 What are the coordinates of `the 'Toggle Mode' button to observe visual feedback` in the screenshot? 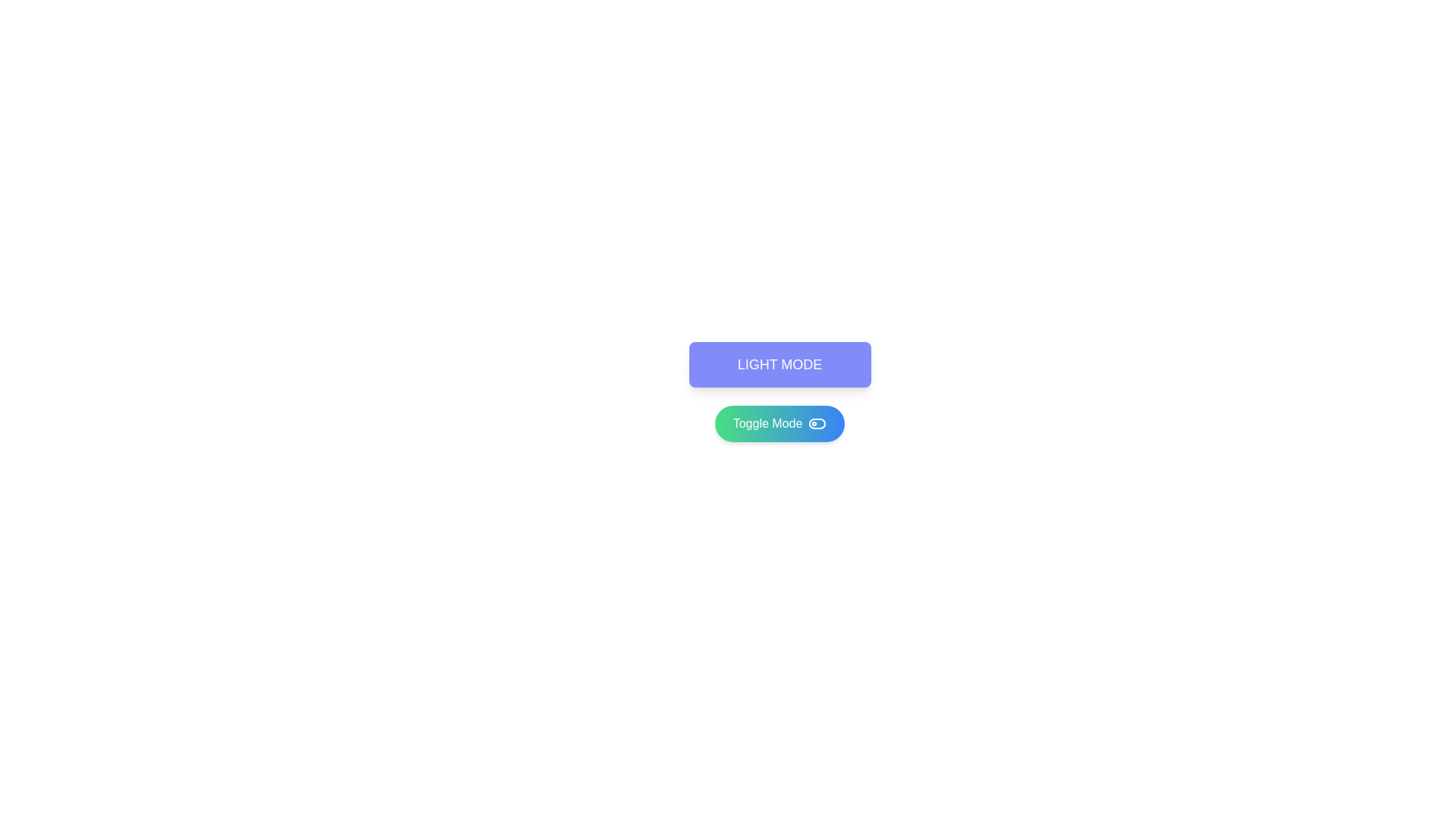 It's located at (780, 424).